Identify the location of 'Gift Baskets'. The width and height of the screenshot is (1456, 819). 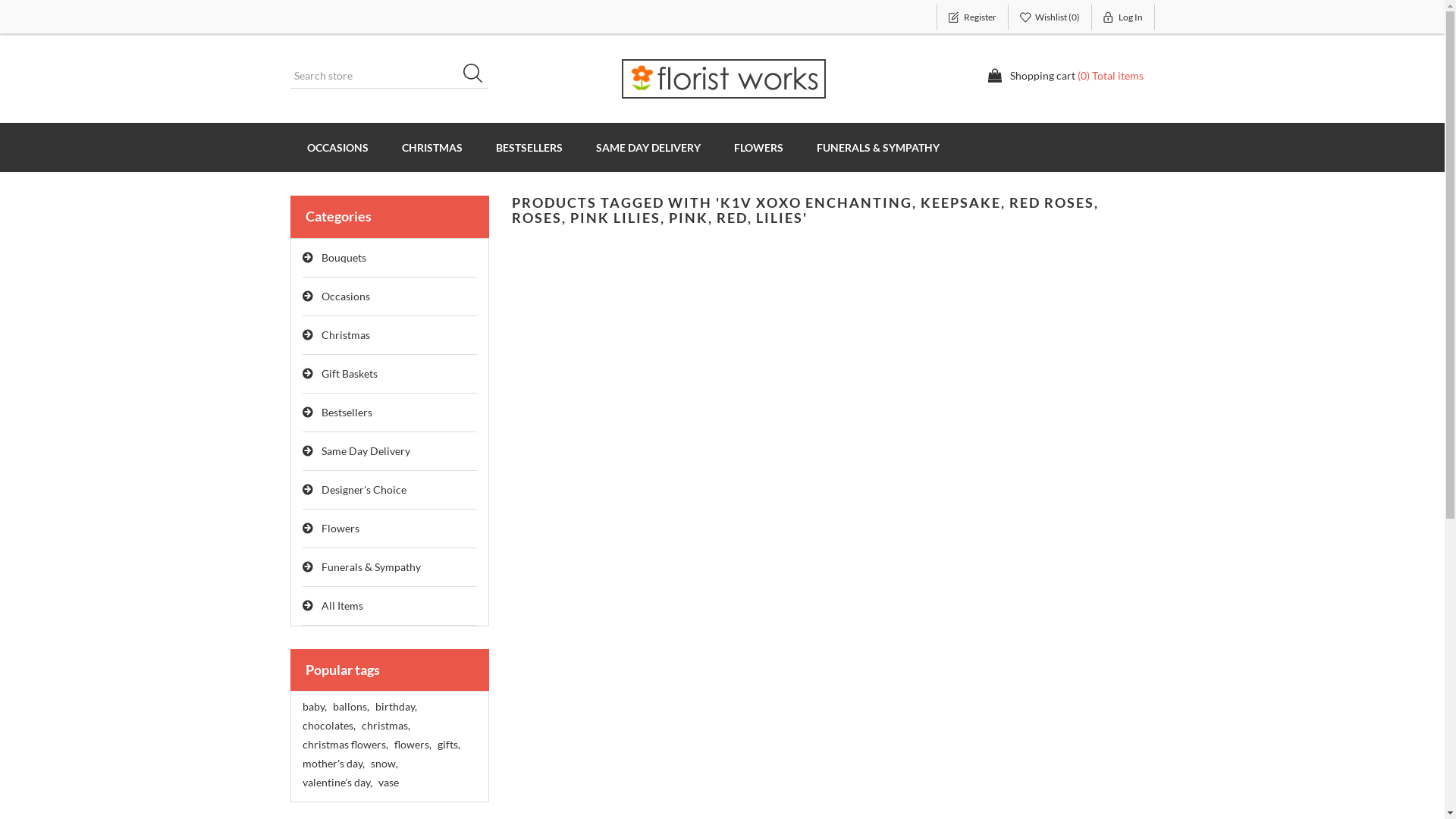
(389, 374).